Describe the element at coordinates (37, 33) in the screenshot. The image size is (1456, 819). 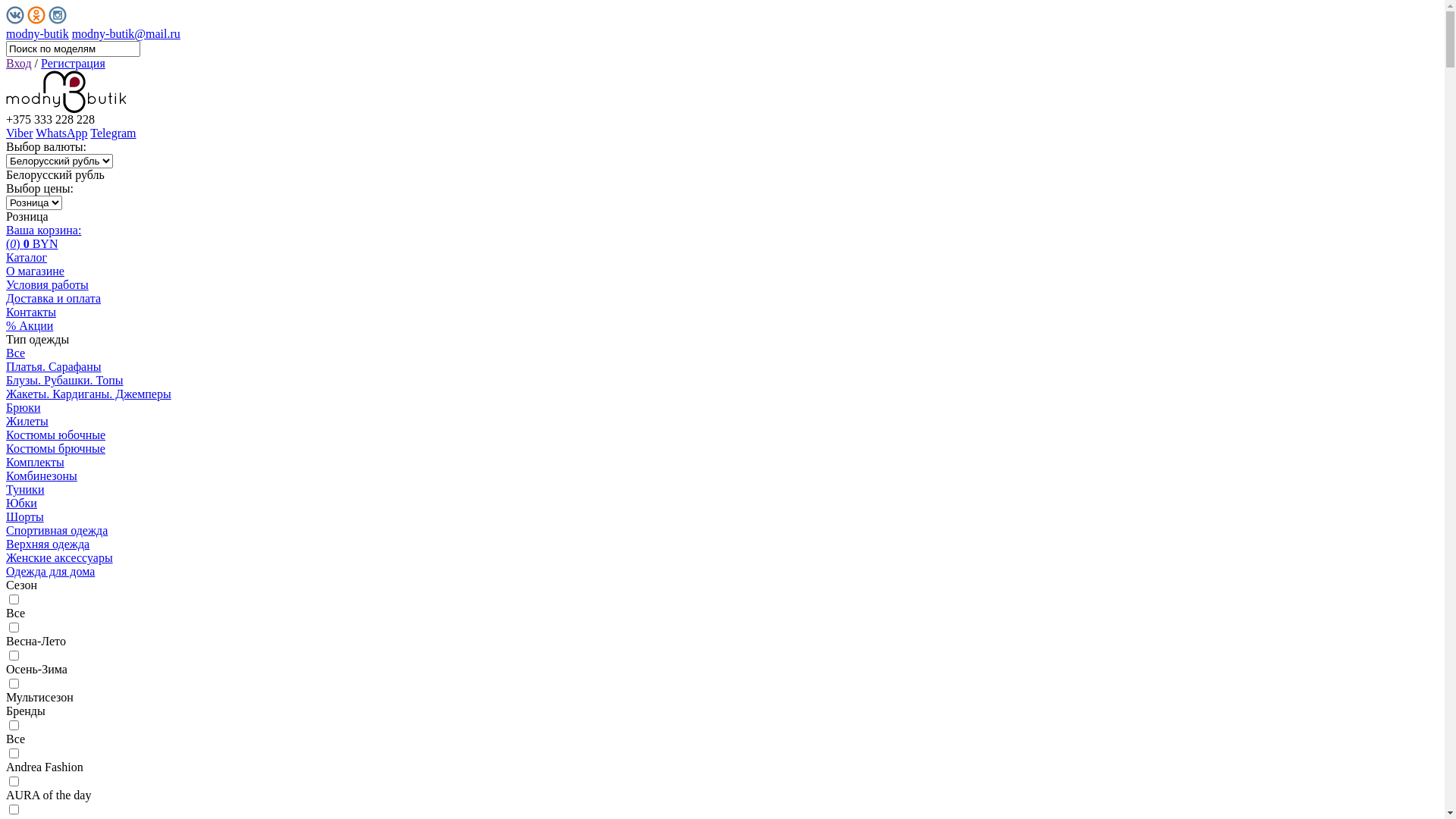
I see `'modny-butik'` at that location.